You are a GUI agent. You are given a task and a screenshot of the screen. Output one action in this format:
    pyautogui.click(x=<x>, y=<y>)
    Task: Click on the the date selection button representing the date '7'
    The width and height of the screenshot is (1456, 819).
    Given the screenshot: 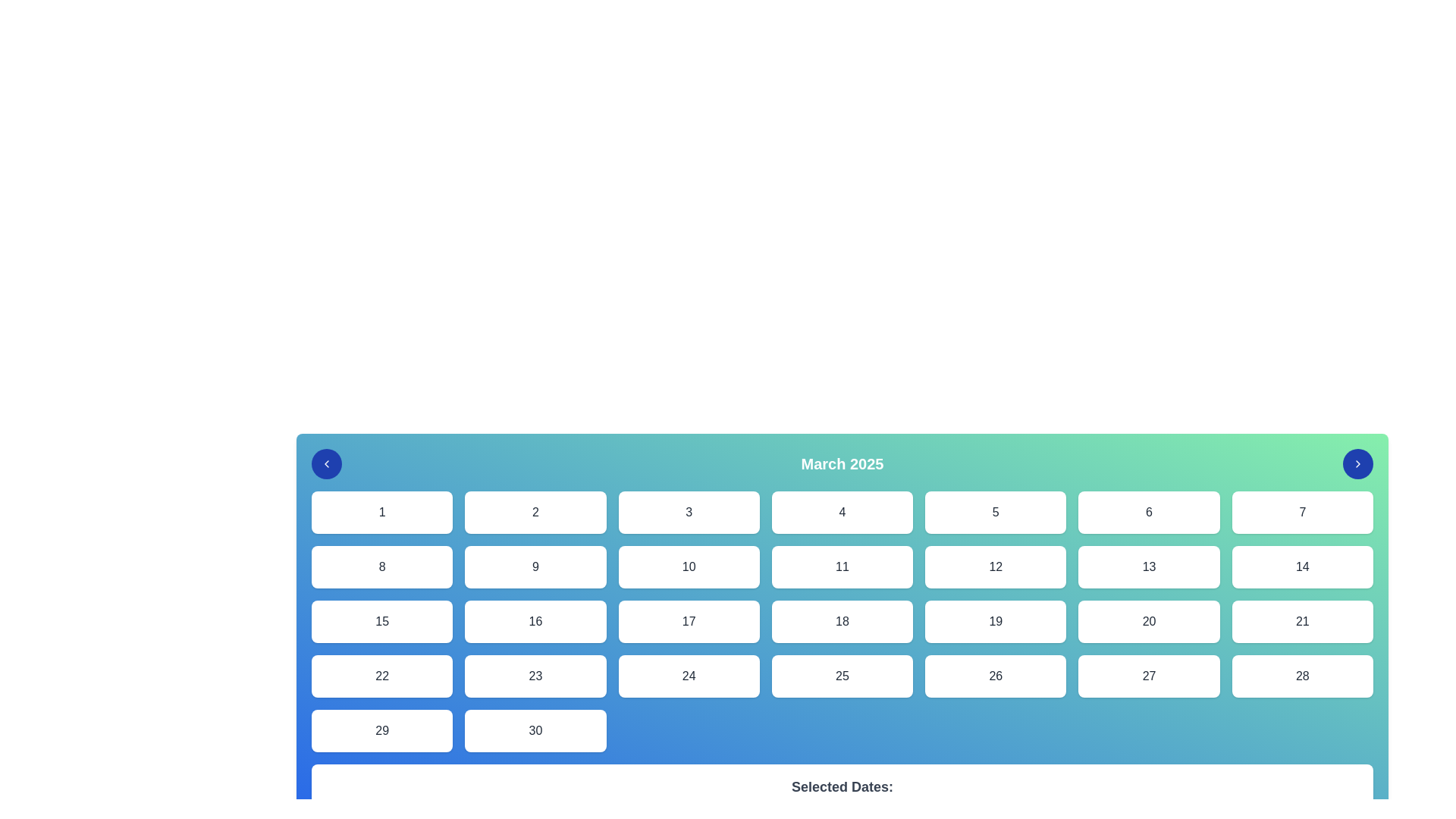 What is the action you would take?
    pyautogui.click(x=1301, y=512)
    